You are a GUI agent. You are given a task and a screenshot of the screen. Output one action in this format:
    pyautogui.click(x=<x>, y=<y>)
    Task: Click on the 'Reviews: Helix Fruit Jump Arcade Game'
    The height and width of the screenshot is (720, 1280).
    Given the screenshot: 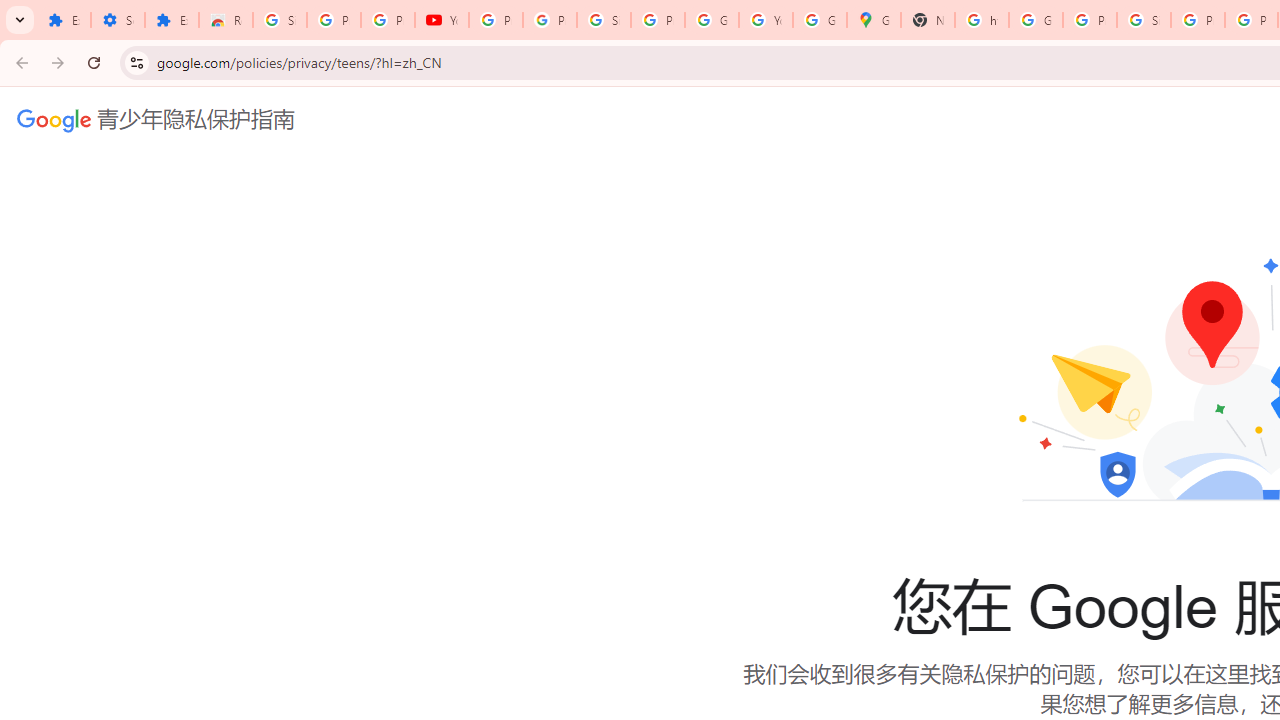 What is the action you would take?
    pyautogui.click(x=225, y=20)
    